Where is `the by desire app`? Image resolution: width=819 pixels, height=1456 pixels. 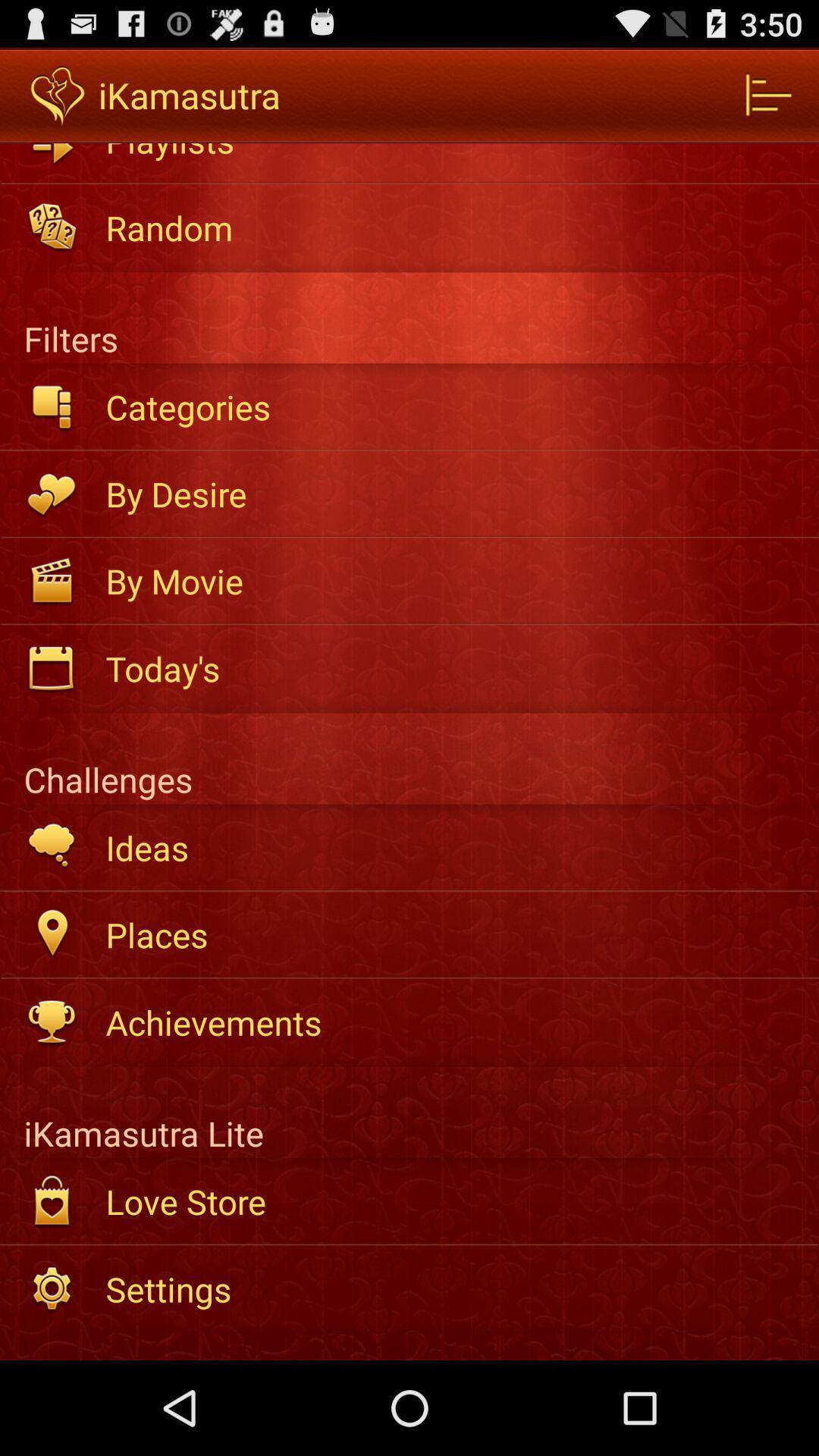 the by desire app is located at coordinates (451, 494).